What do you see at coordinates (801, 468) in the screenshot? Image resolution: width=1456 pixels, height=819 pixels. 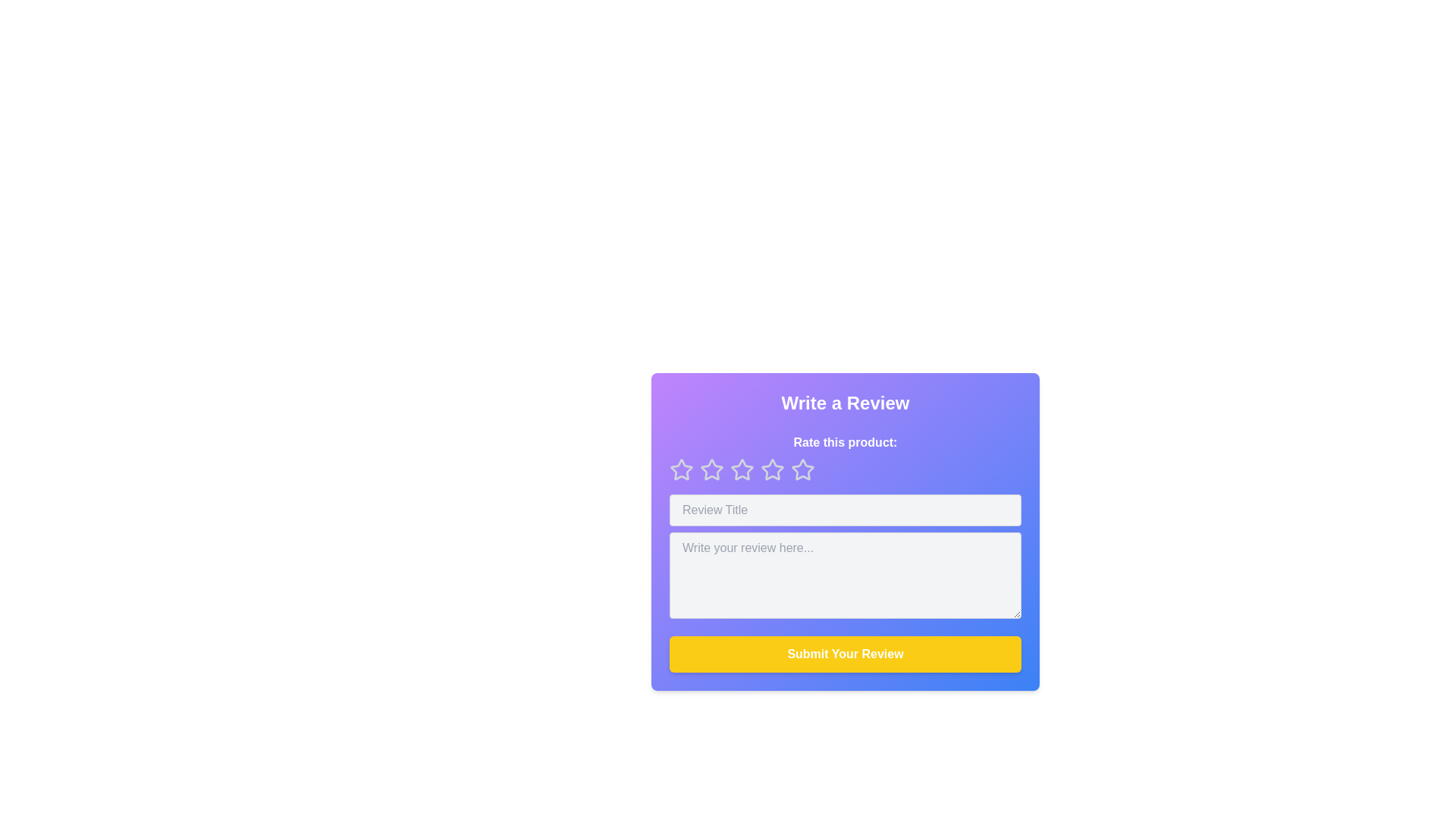 I see `the fourth star icon in the rating section of the 'Write a Review' card` at bounding box center [801, 468].